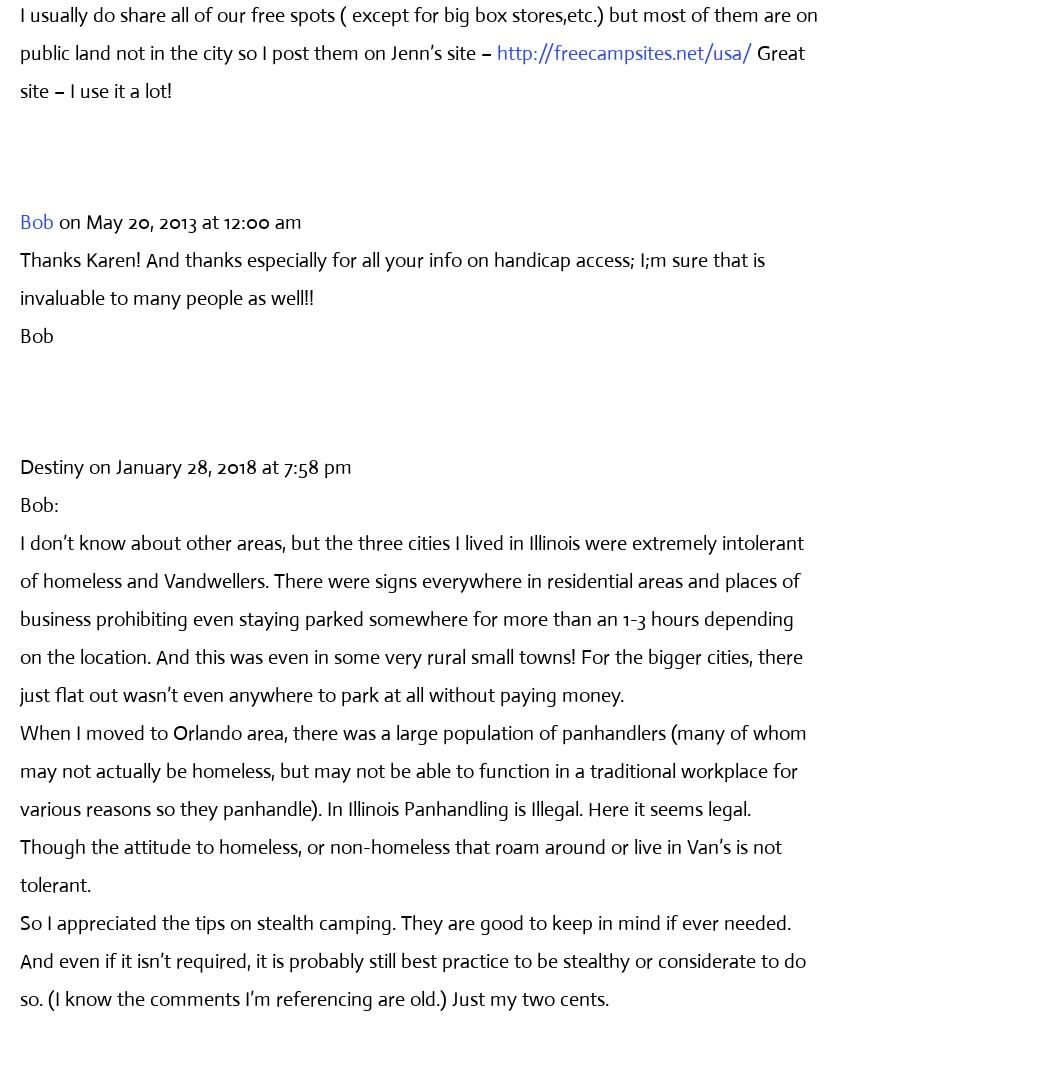 This screenshot has width=1050, height=1074. Describe the element at coordinates (50, 465) in the screenshot. I see `'Destiny'` at that location.